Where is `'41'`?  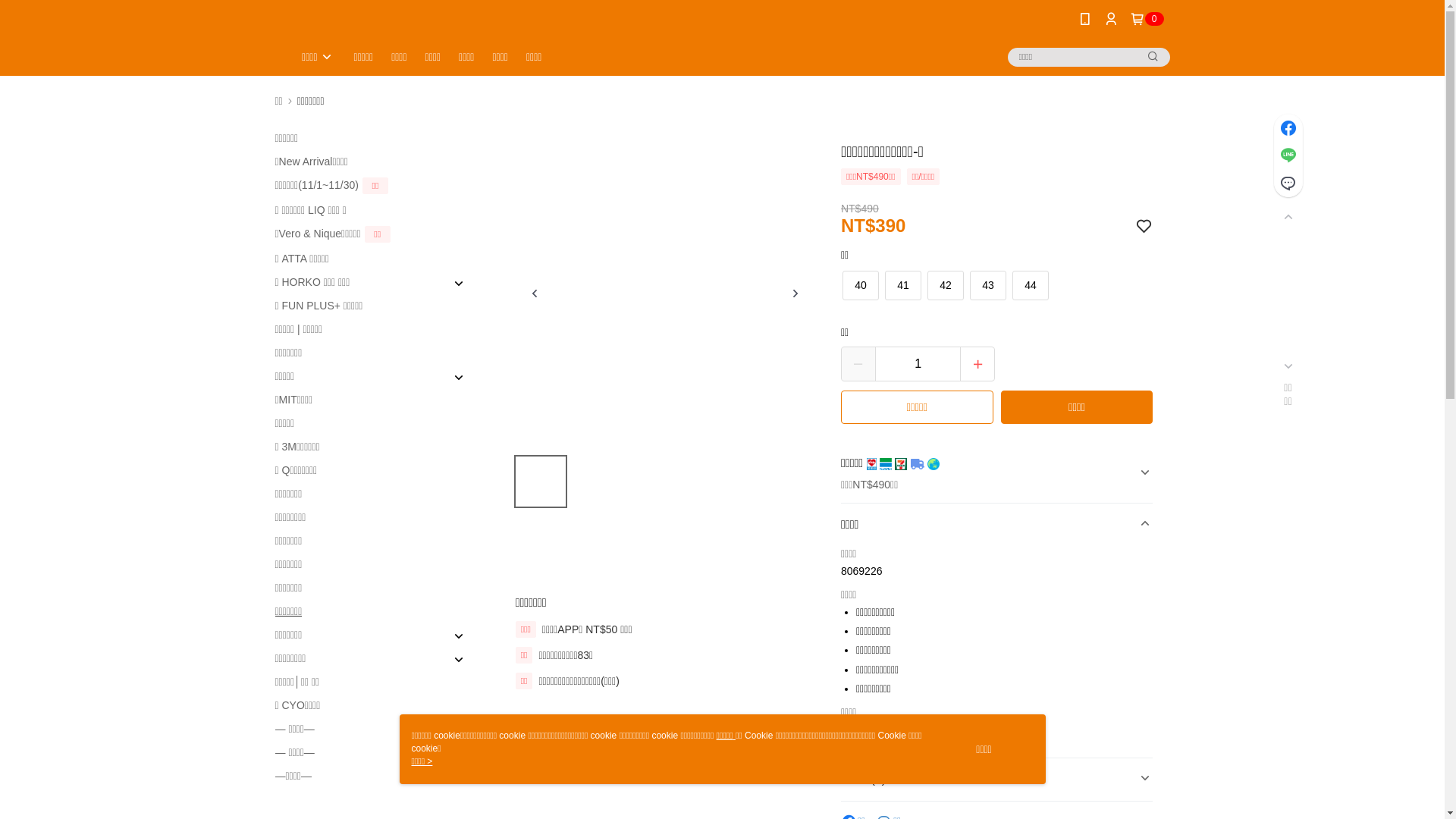
'41' is located at coordinates (885, 285).